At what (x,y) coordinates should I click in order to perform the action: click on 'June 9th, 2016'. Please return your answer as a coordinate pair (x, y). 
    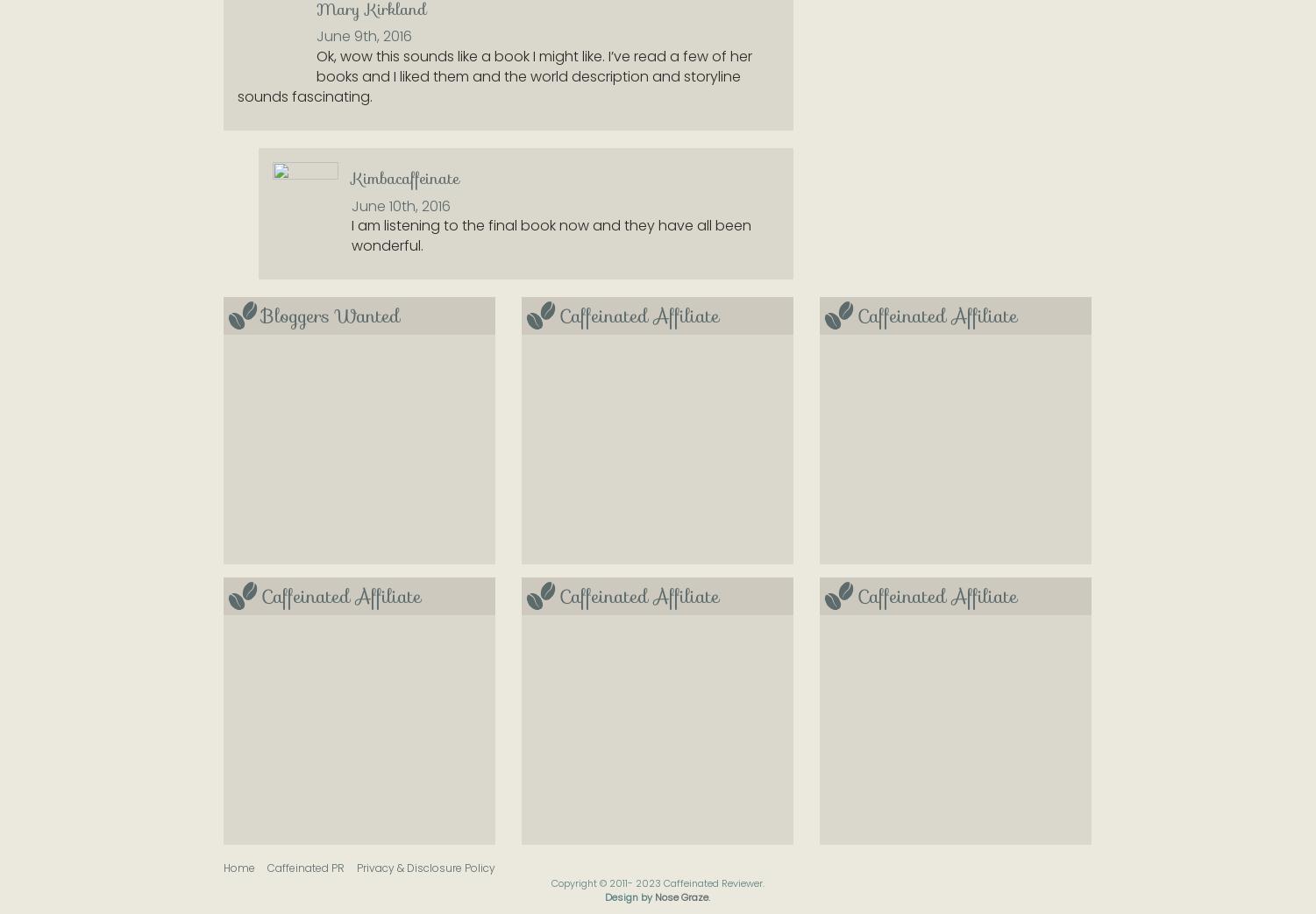
    Looking at the image, I should click on (364, 35).